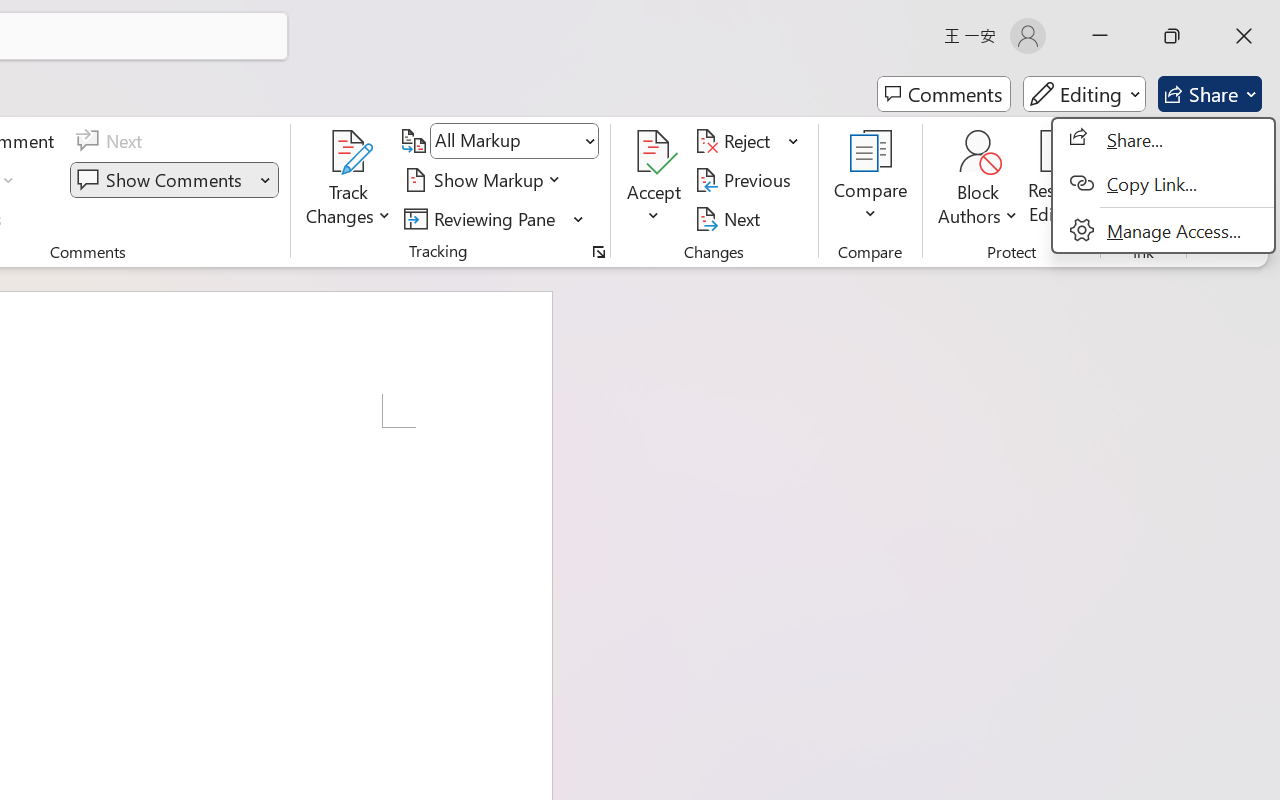 This screenshot has height=800, width=1280. Describe the element at coordinates (654, 151) in the screenshot. I see `'Accept and Move to Next'` at that location.